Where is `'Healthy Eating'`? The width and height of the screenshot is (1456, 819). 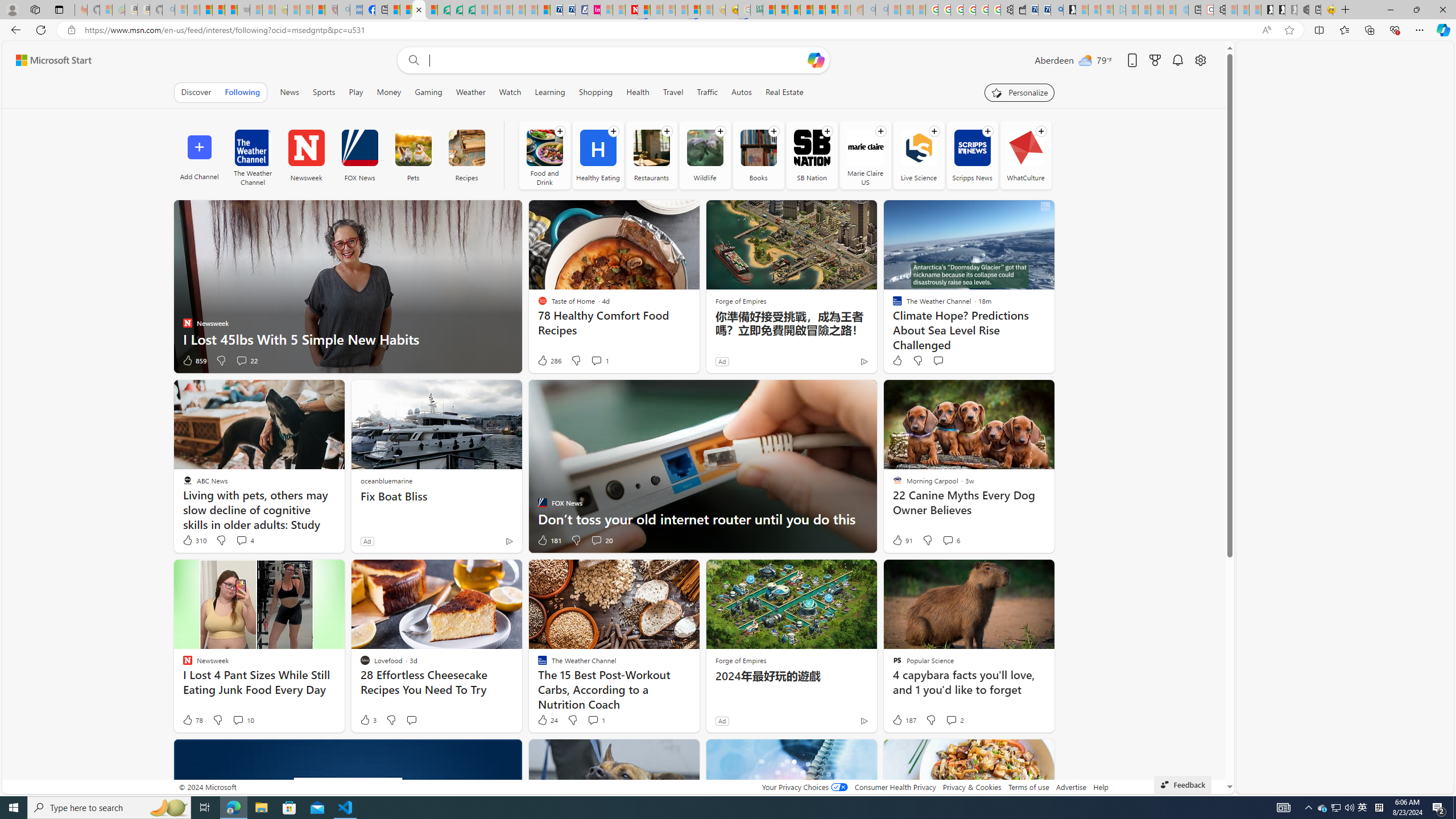
'Healthy Eating' is located at coordinates (598, 154).